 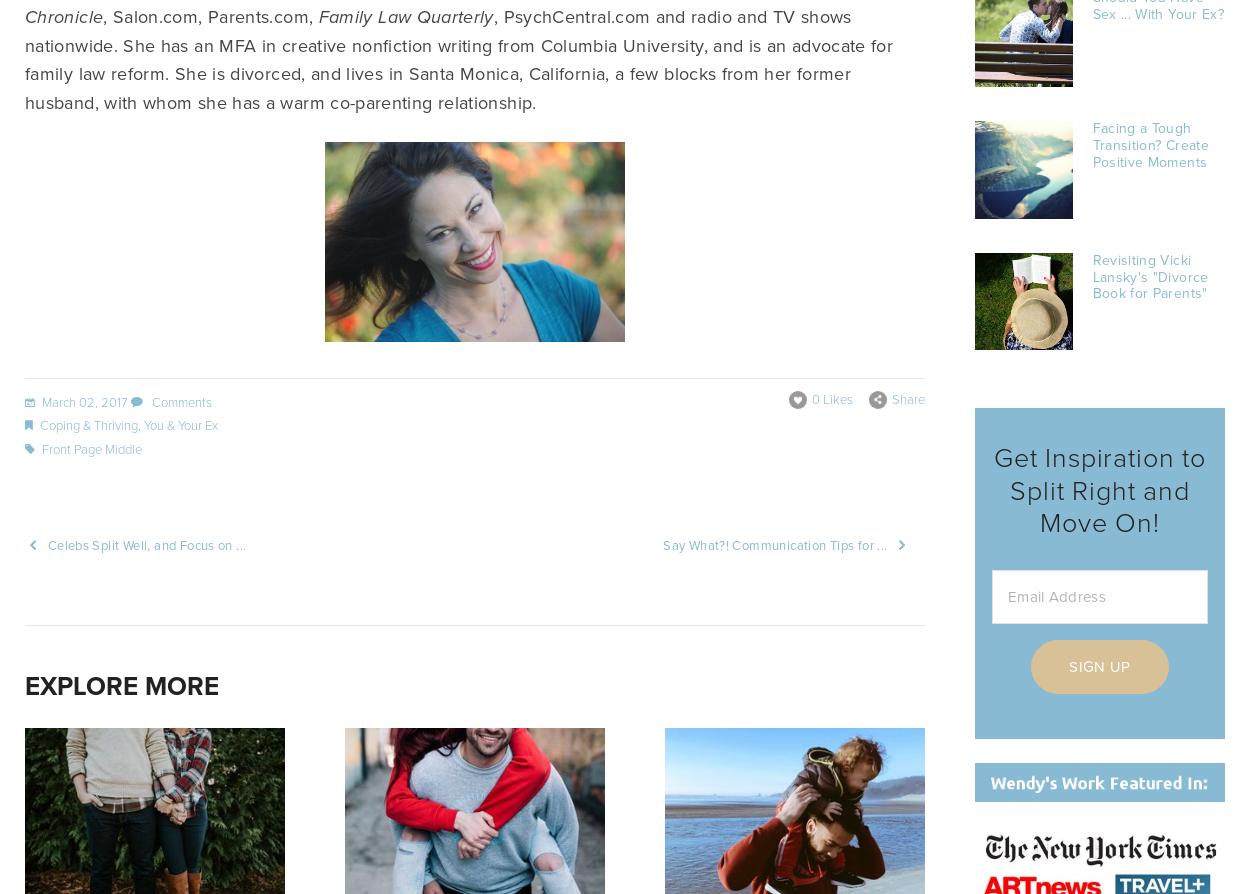 I want to click on 'Coping & Thriving', so click(x=87, y=424).